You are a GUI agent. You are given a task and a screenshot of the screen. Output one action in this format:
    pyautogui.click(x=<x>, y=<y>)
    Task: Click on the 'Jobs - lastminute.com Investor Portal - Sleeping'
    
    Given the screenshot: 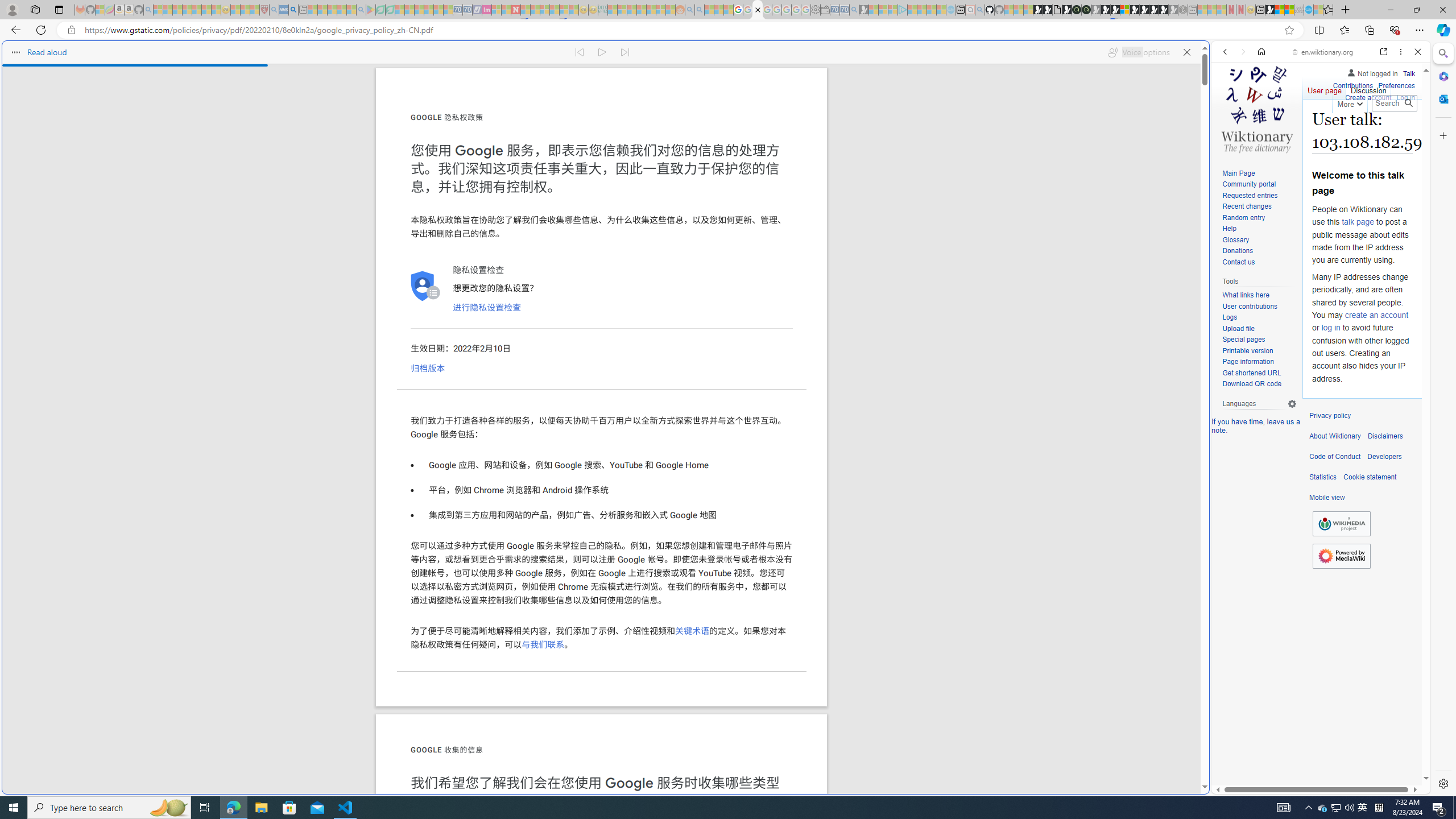 What is the action you would take?
    pyautogui.click(x=487, y=9)
    